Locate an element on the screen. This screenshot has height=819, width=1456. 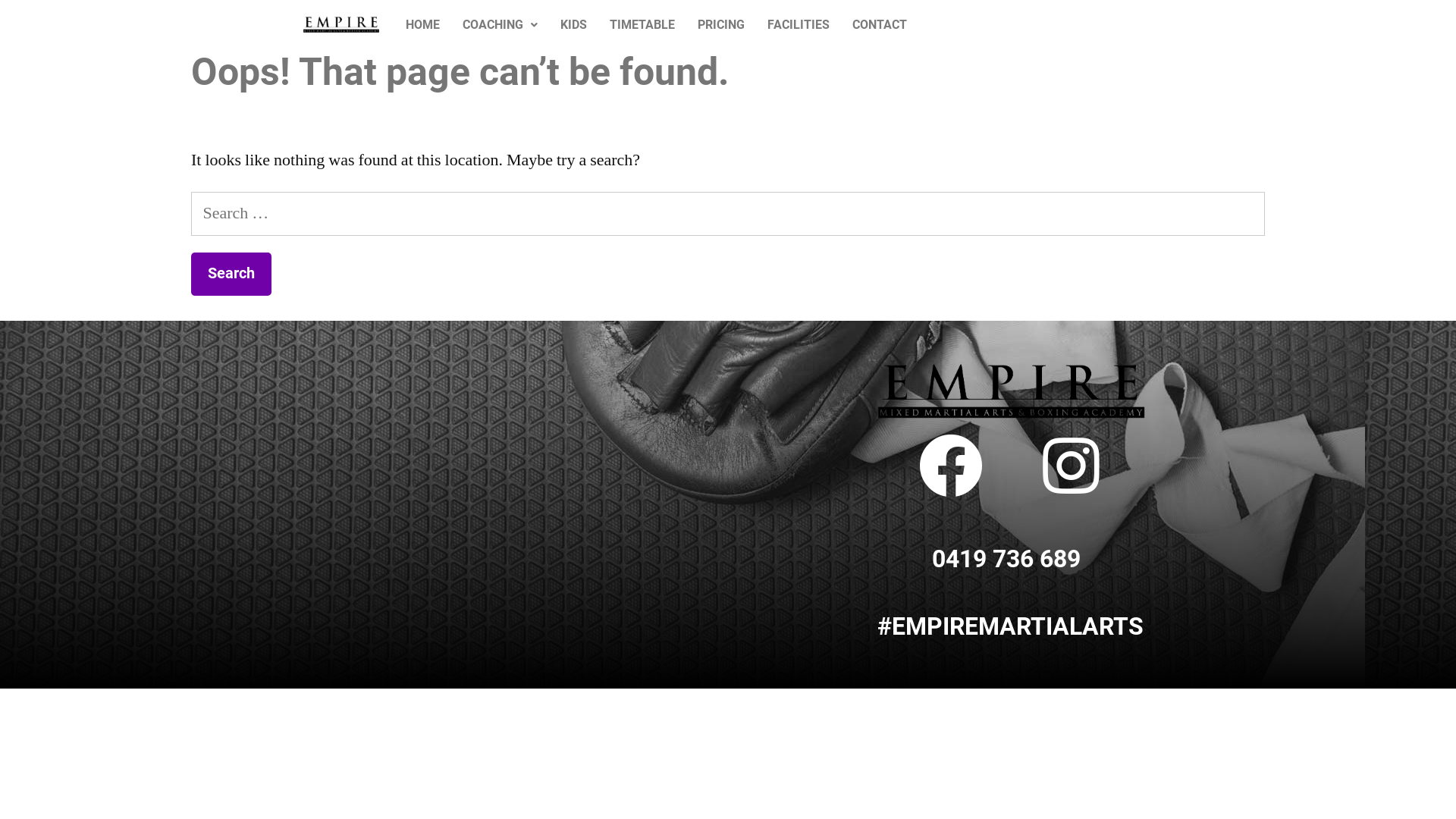
'4/3 Northward st, Upper Coomera' is located at coordinates (309, 447).